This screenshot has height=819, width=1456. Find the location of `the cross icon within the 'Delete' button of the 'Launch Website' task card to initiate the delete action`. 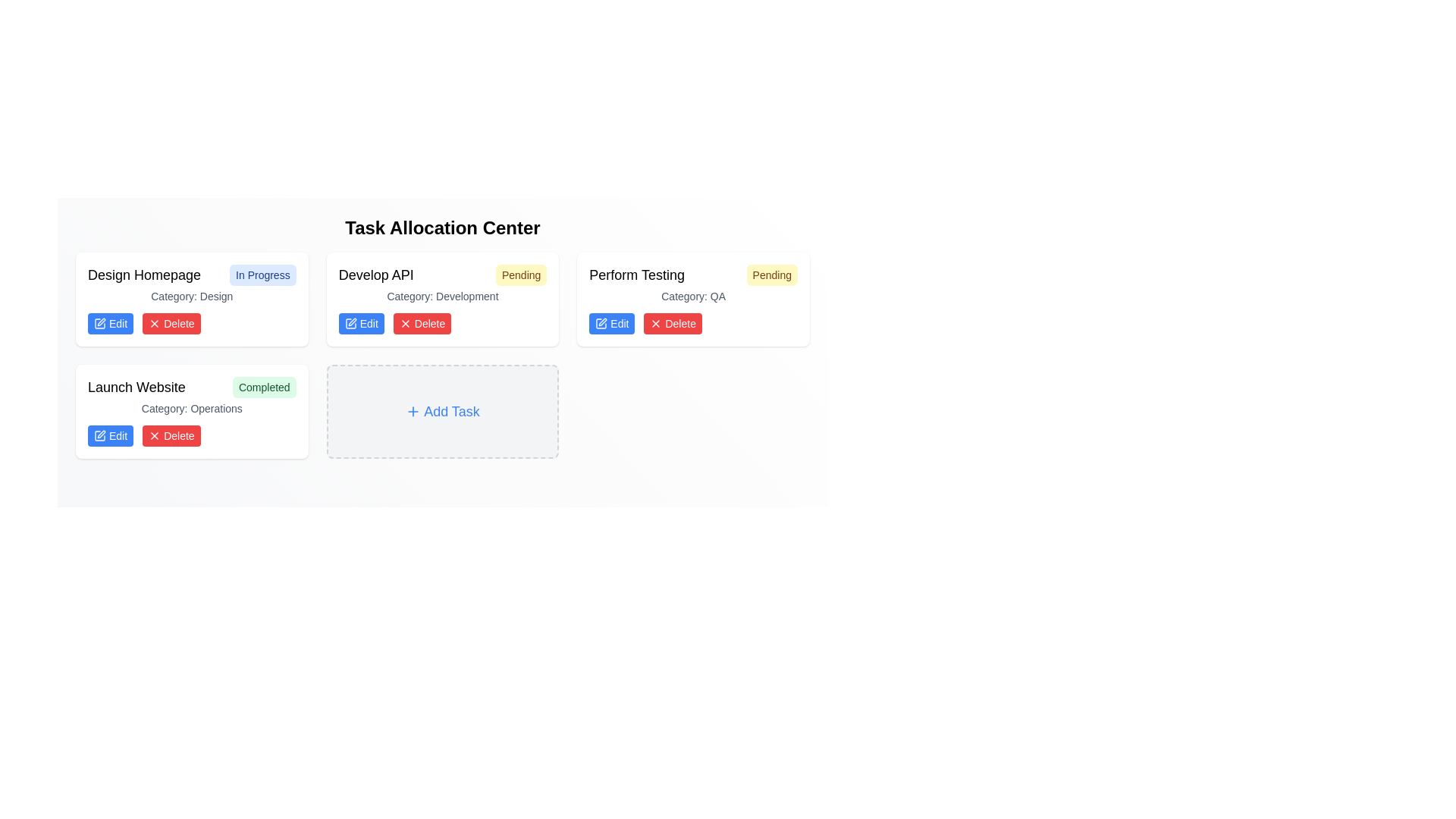

the cross icon within the 'Delete' button of the 'Launch Website' task card to initiate the delete action is located at coordinates (155, 435).